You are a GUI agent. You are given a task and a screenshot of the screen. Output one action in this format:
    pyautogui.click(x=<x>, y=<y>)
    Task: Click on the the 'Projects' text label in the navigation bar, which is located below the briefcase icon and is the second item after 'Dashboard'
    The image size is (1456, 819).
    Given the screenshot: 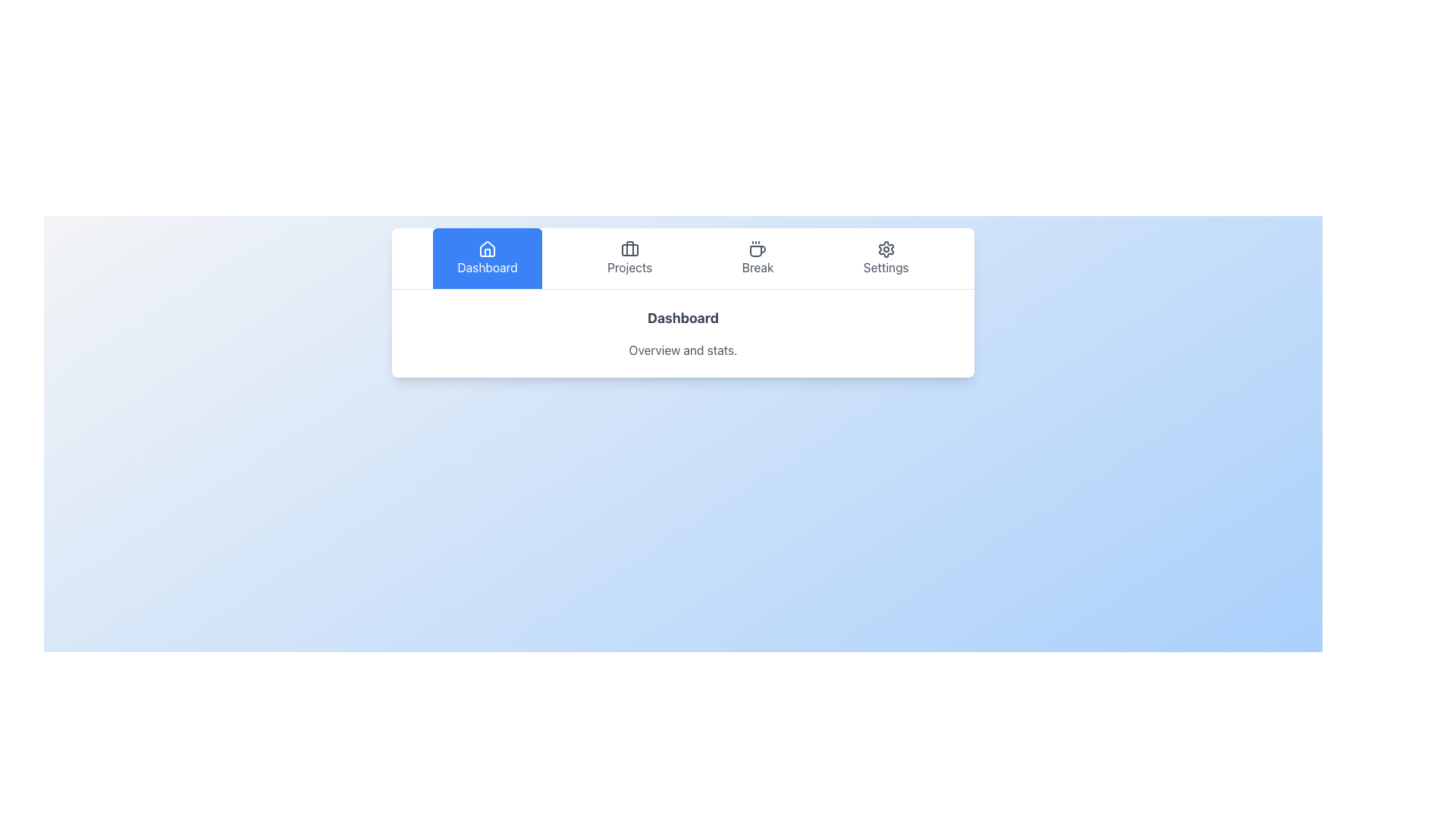 What is the action you would take?
    pyautogui.click(x=629, y=267)
    